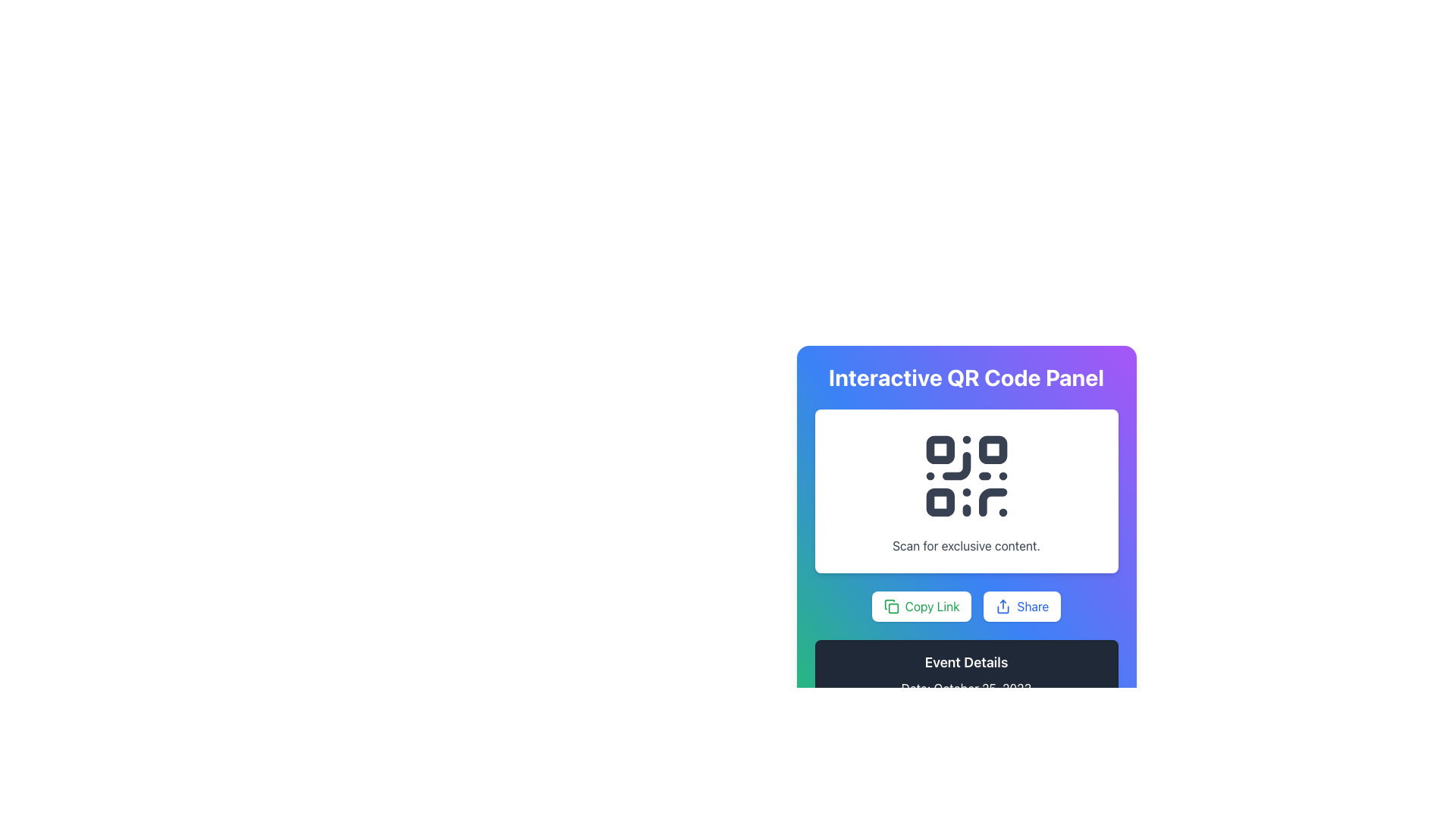  I want to click on the leftmost button in the 'Interactive QR Code Panel' section, so click(965, 605).